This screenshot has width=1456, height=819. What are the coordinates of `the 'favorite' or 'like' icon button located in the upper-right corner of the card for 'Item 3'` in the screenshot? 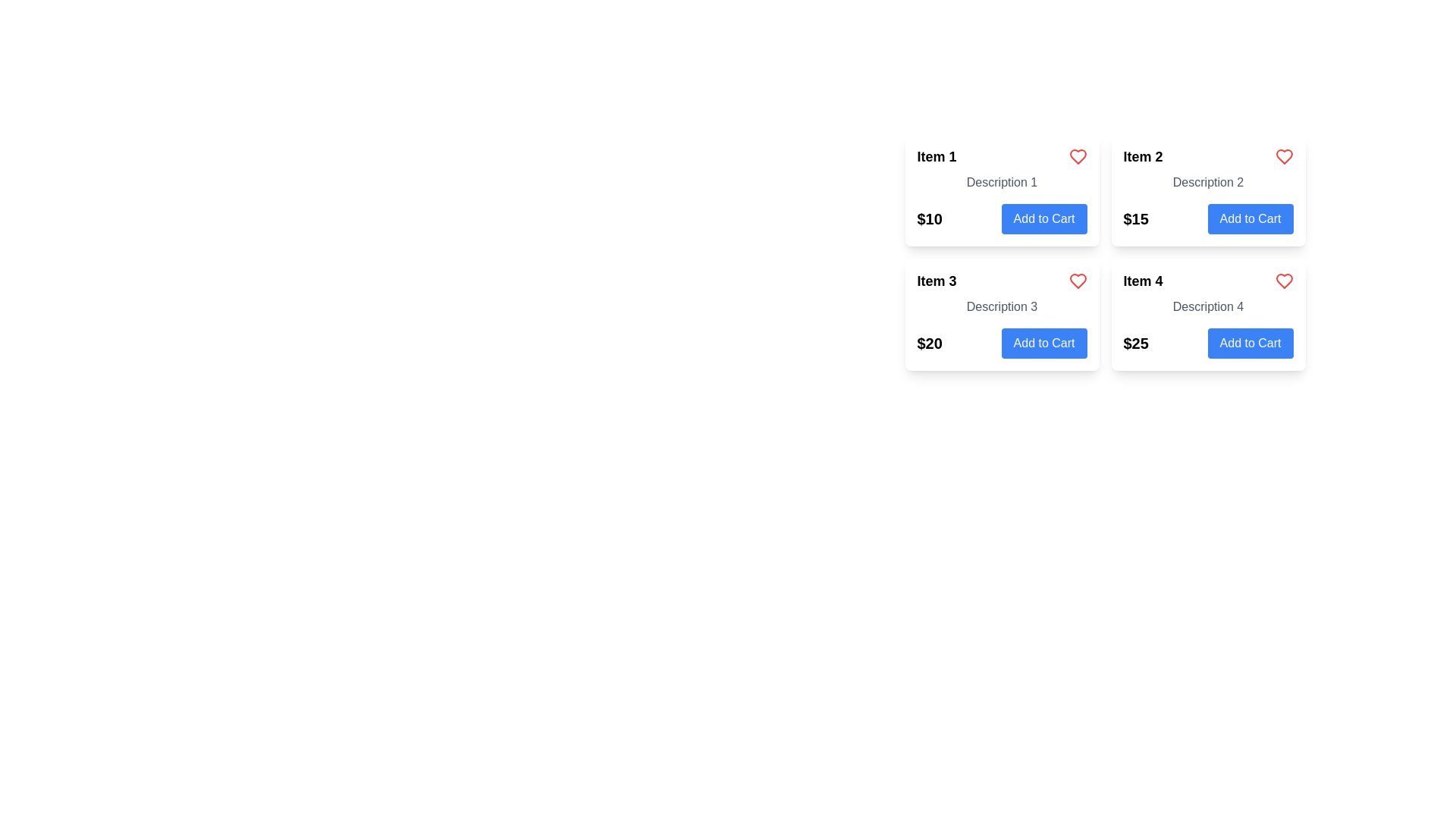 It's located at (1077, 281).